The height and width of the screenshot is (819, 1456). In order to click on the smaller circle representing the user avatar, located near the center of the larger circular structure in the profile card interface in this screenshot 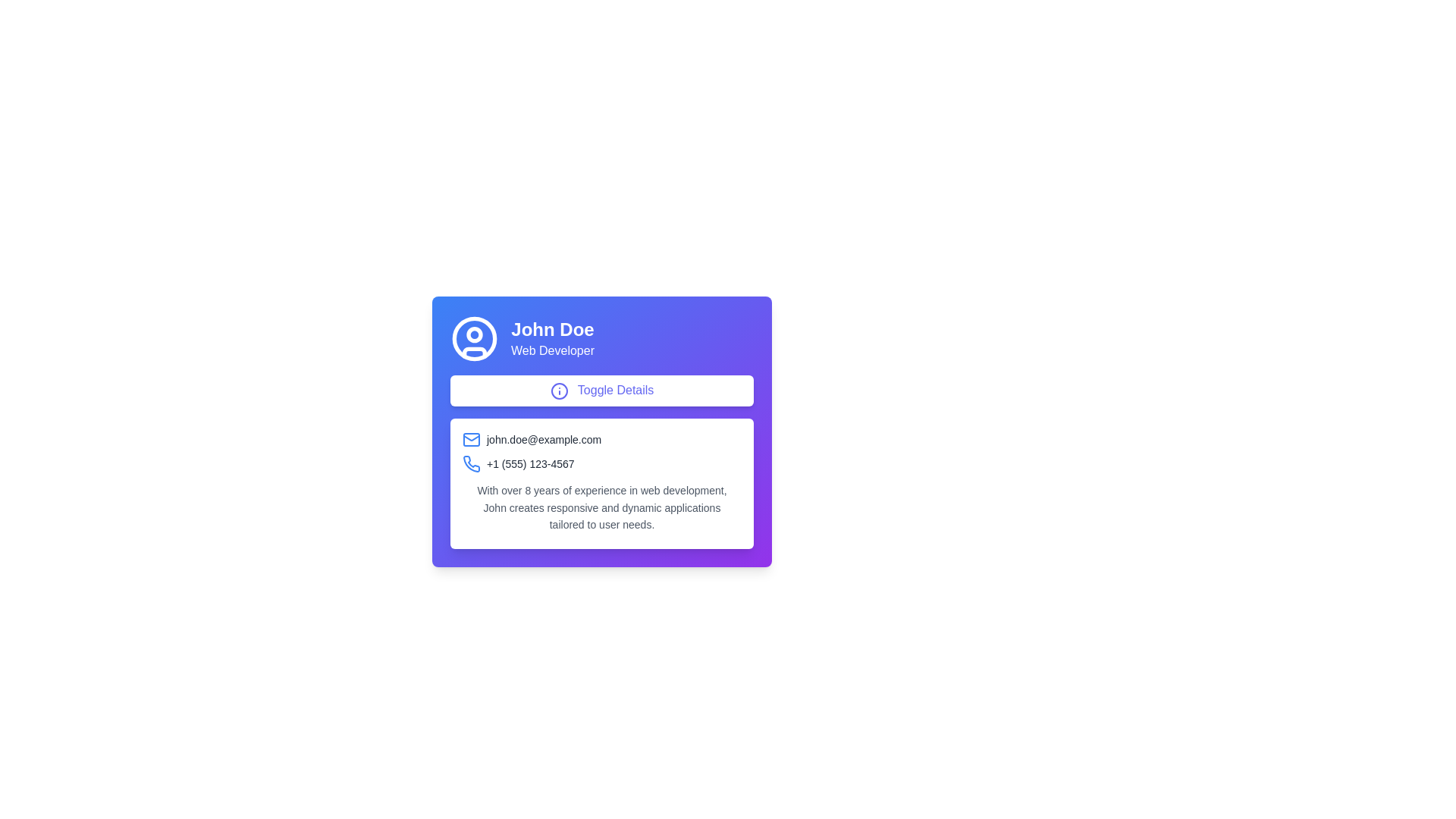, I will do `click(473, 333)`.